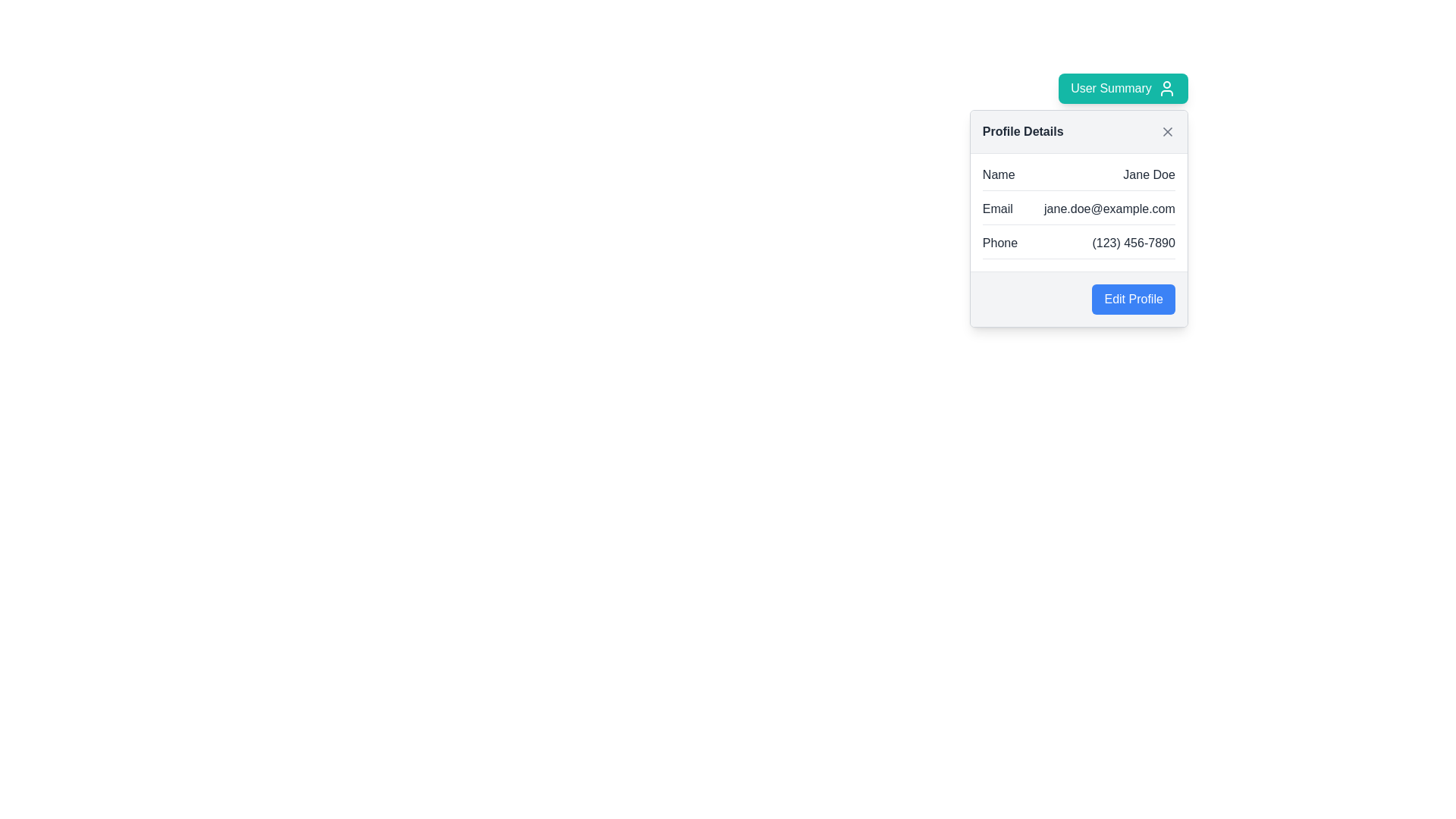  What do you see at coordinates (1134, 299) in the screenshot?
I see `the 'Edit Profile' button with a blue background and white text to activate its hover effect` at bounding box center [1134, 299].